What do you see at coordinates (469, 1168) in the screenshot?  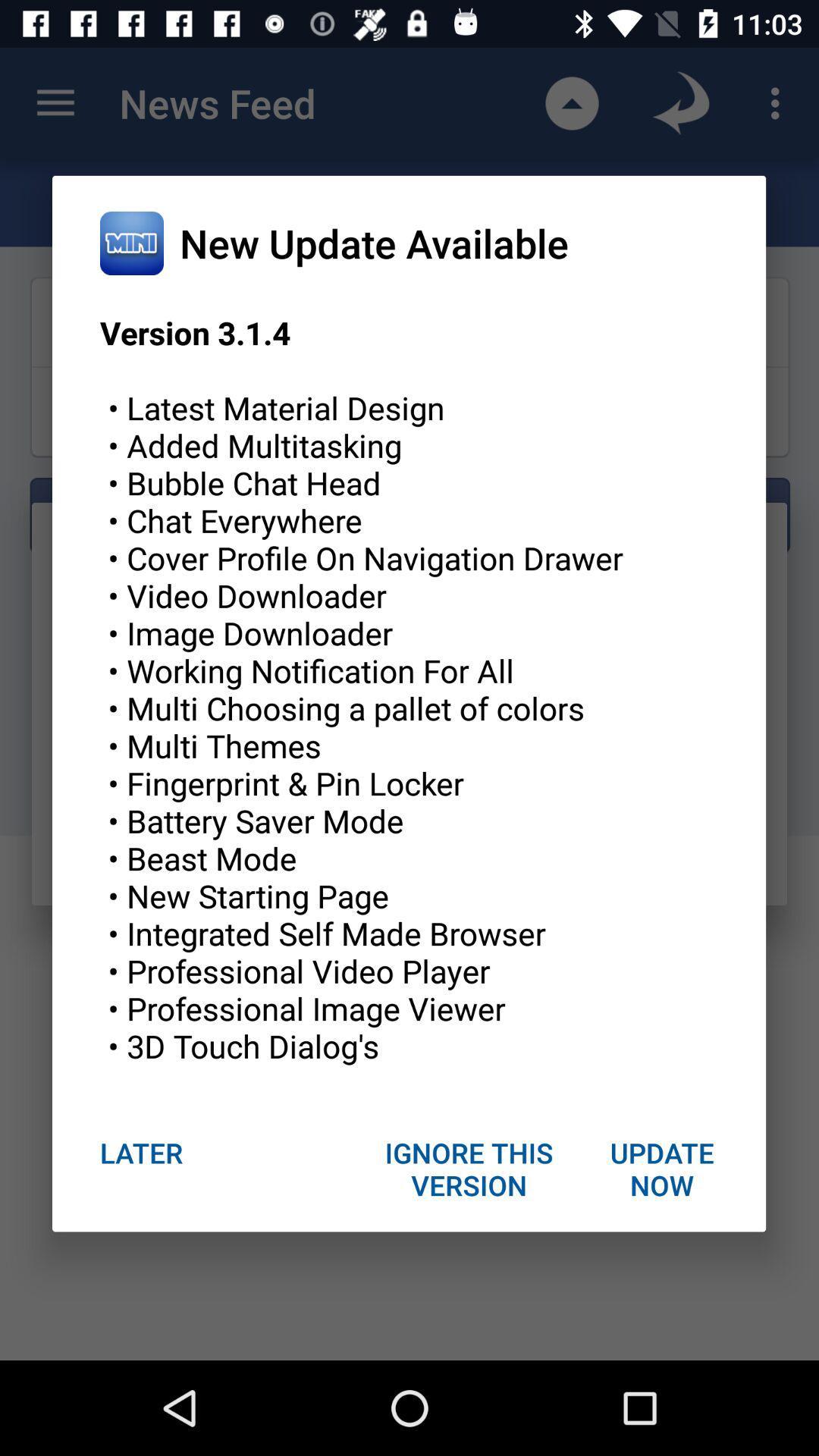 I see `icon below the version 3 1 icon` at bounding box center [469, 1168].